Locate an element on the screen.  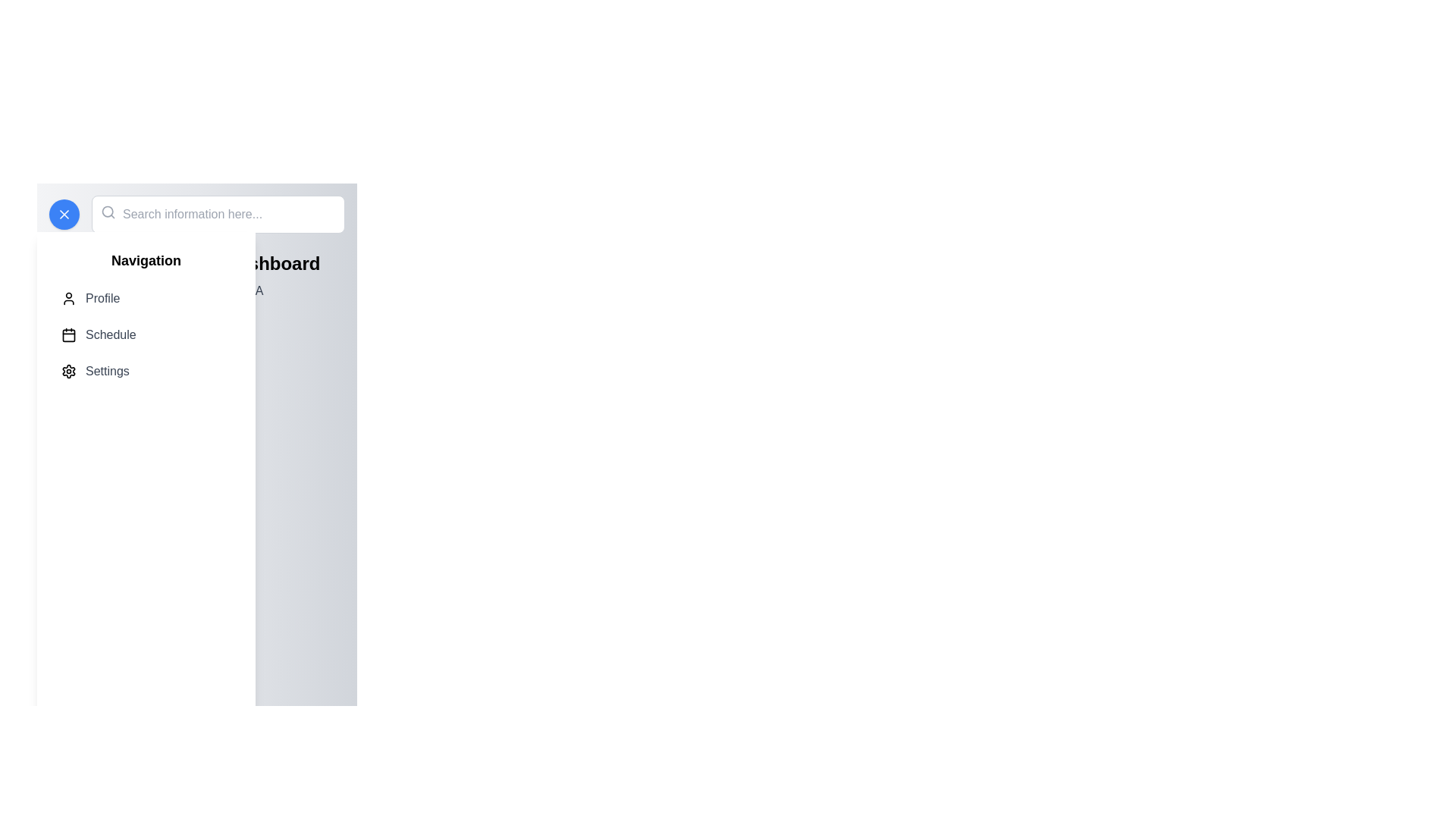
the first List item in the navigation menu that allows users to access the user's profile page is located at coordinates (146, 298).